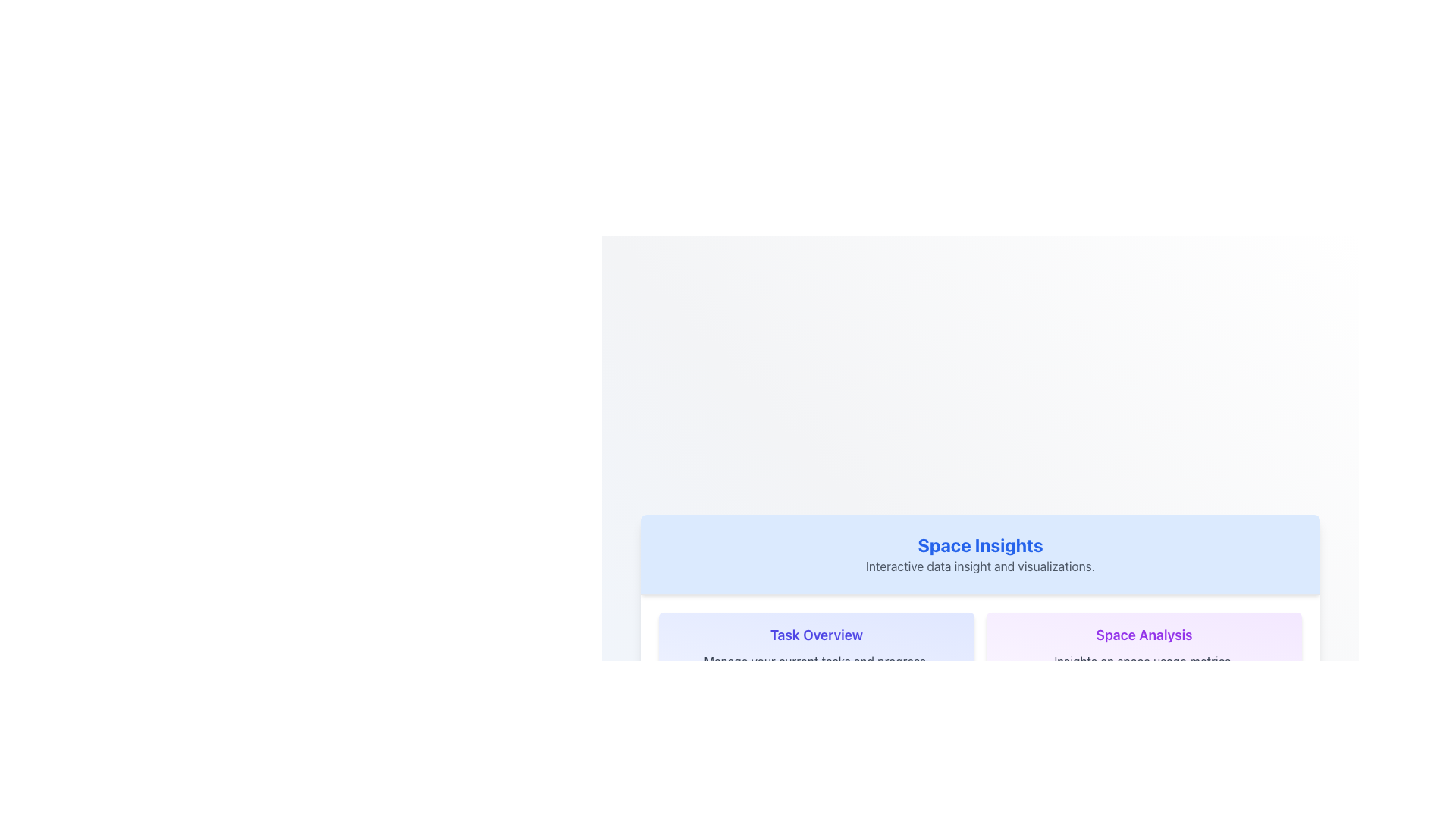  What do you see at coordinates (1274, 728) in the screenshot?
I see `the appearance of the chevron icon located in the bottom-right region of the interface, which serves as a visual indicator suggesting the action to 'next' or 'proceed'` at bounding box center [1274, 728].